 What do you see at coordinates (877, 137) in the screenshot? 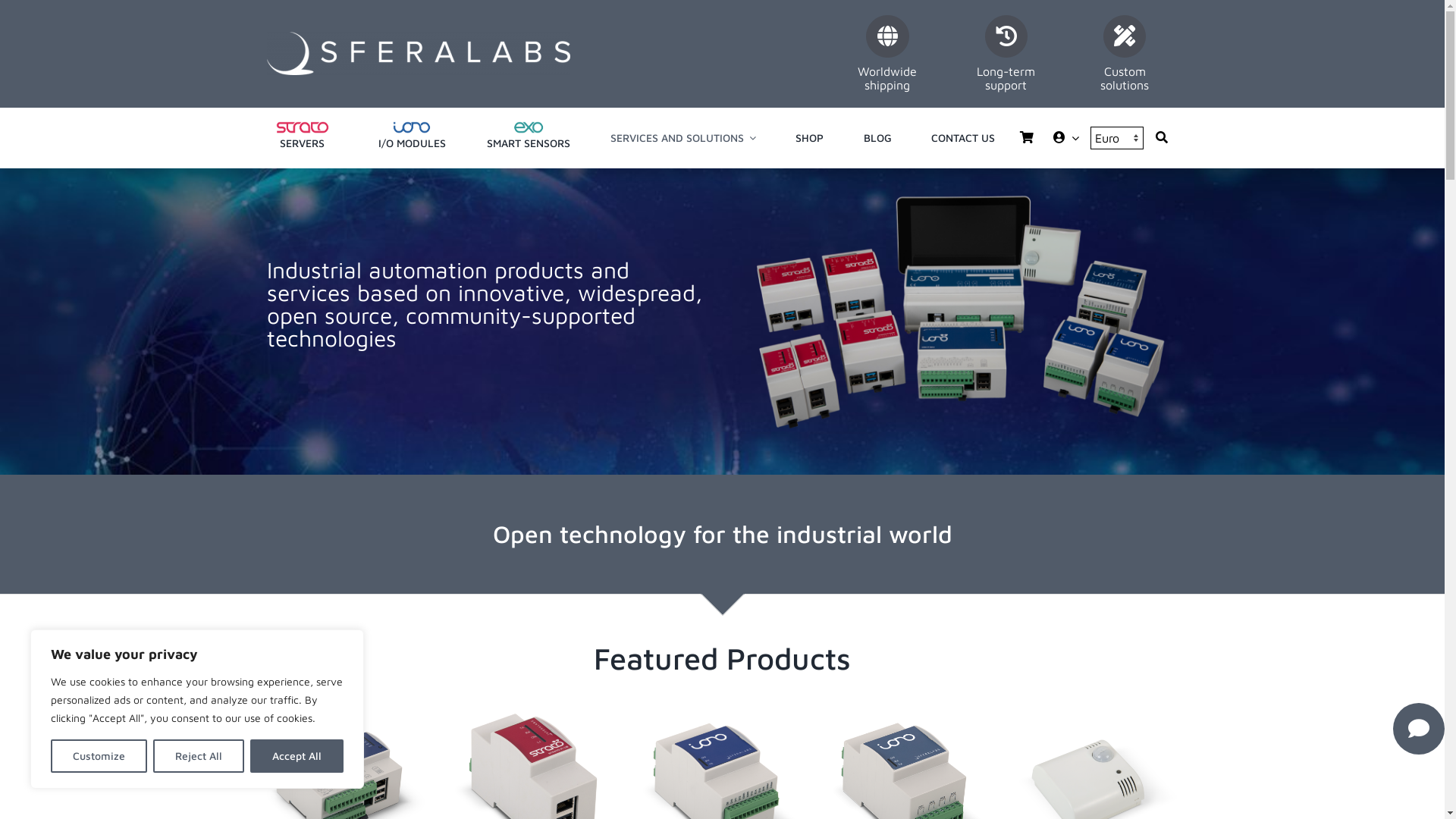
I see `'BLOG'` at bounding box center [877, 137].